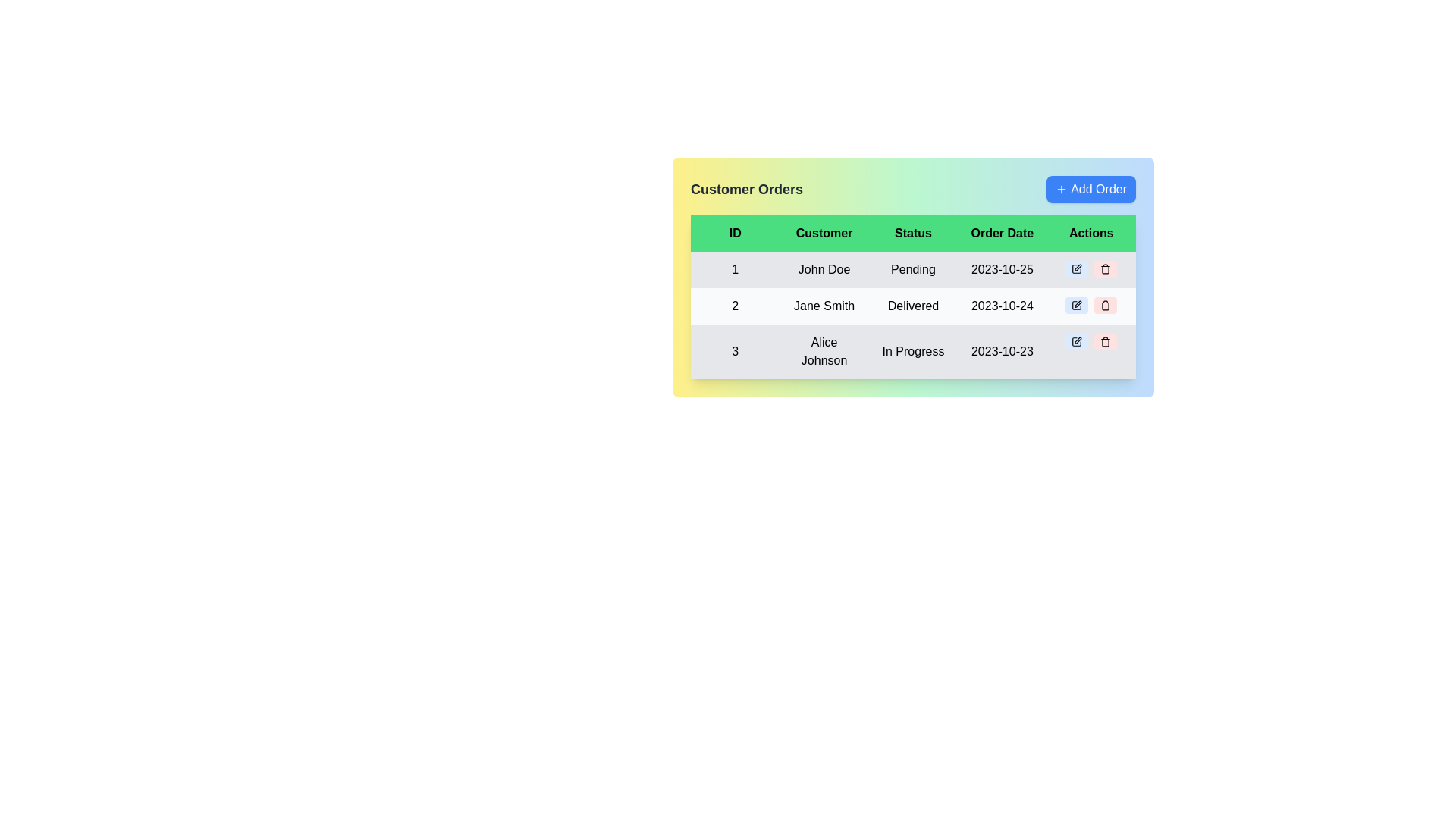  What do you see at coordinates (1076, 342) in the screenshot?
I see `the edit icon represented as a pen within the blue button component in the 'Actions' column of the third row (Order ID 3)` at bounding box center [1076, 342].